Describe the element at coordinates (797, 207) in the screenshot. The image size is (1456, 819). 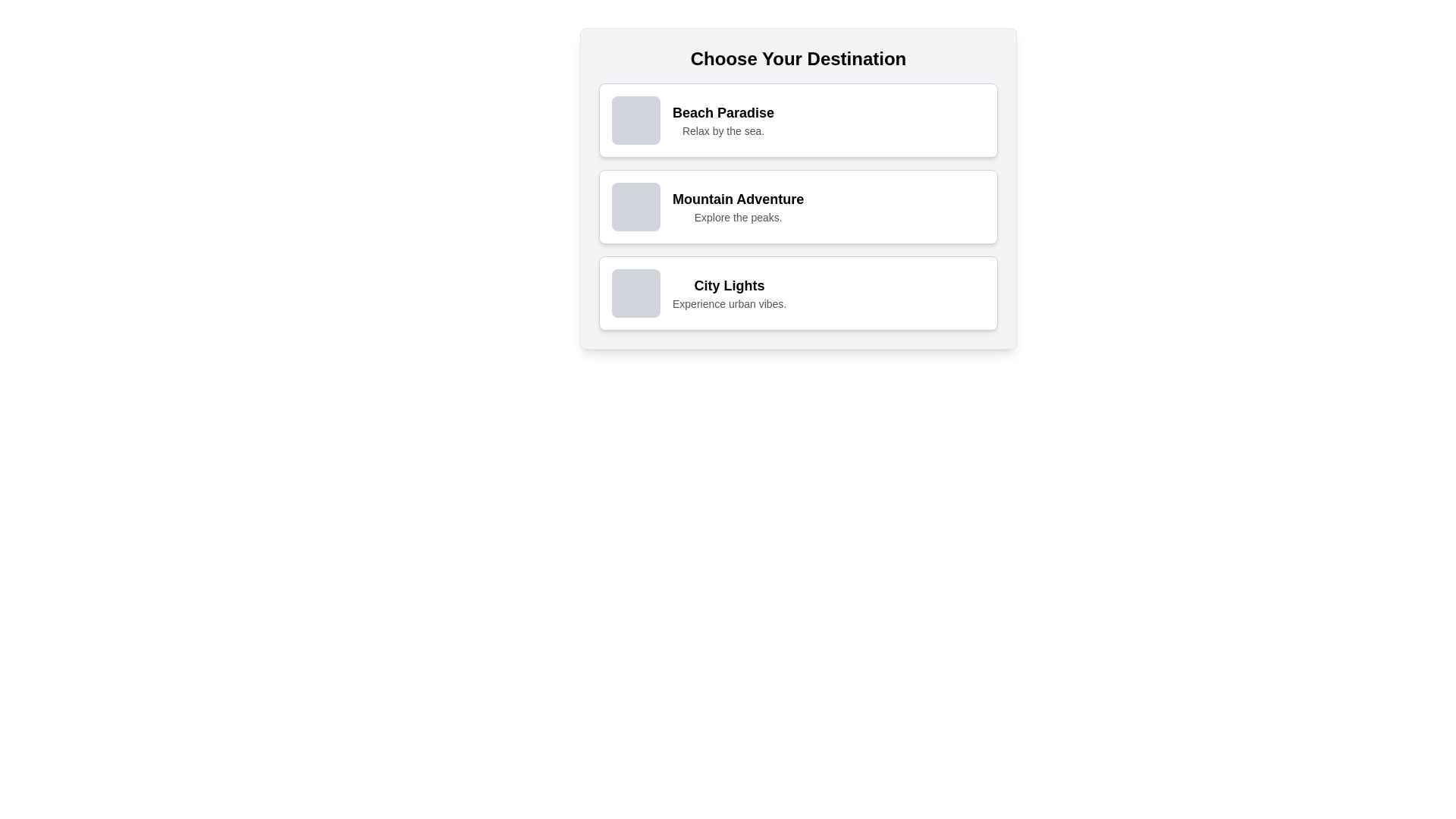
I see `the 'Mountain Adventure' selection card, which is the second item in a vertically stacked list of options` at that location.